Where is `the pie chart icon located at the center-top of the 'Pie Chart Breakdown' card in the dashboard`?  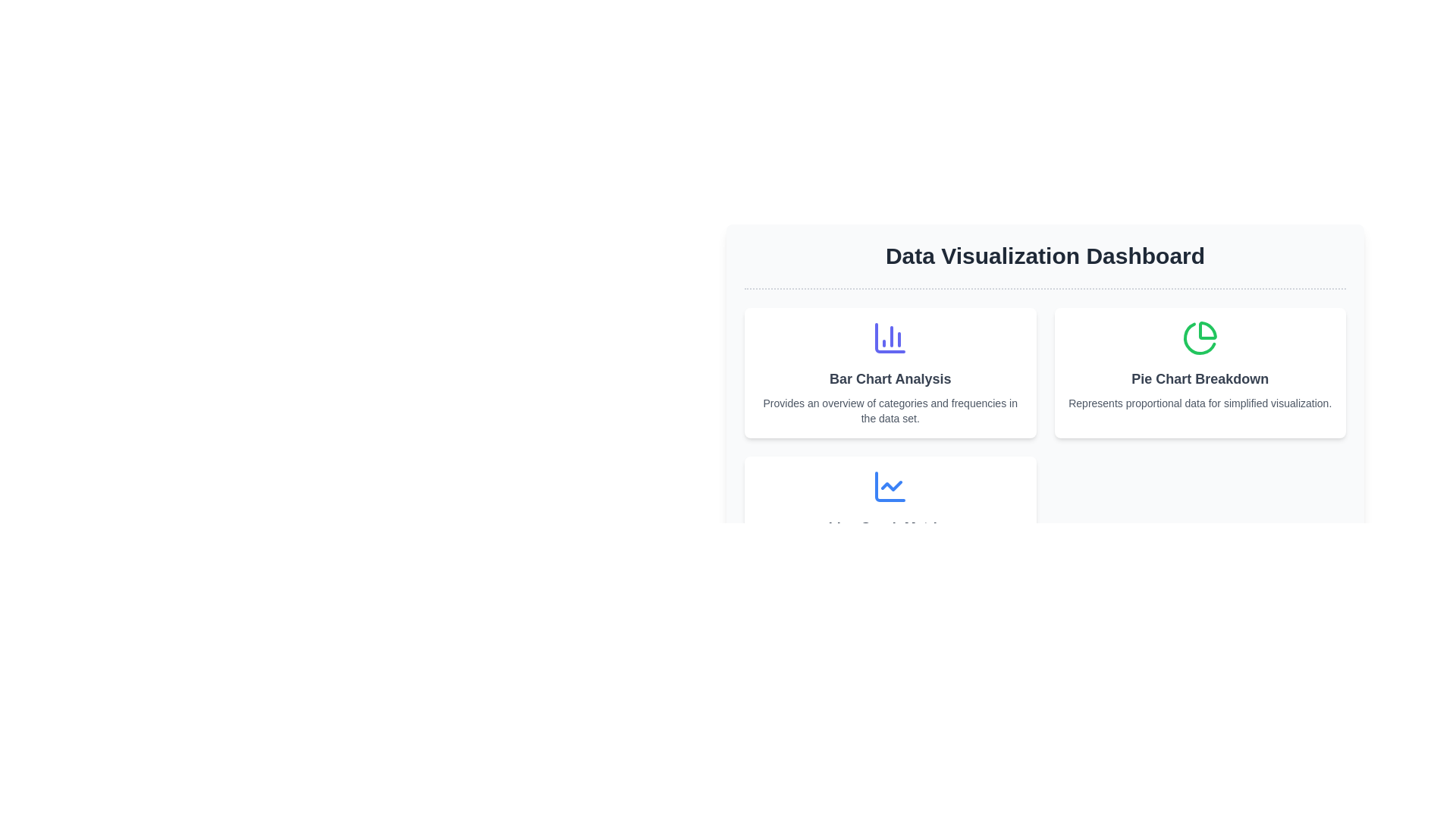
the pie chart icon located at the center-top of the 'Pie Chart Breakdown' card in the dashboard is located at coordinates (1199, 337).